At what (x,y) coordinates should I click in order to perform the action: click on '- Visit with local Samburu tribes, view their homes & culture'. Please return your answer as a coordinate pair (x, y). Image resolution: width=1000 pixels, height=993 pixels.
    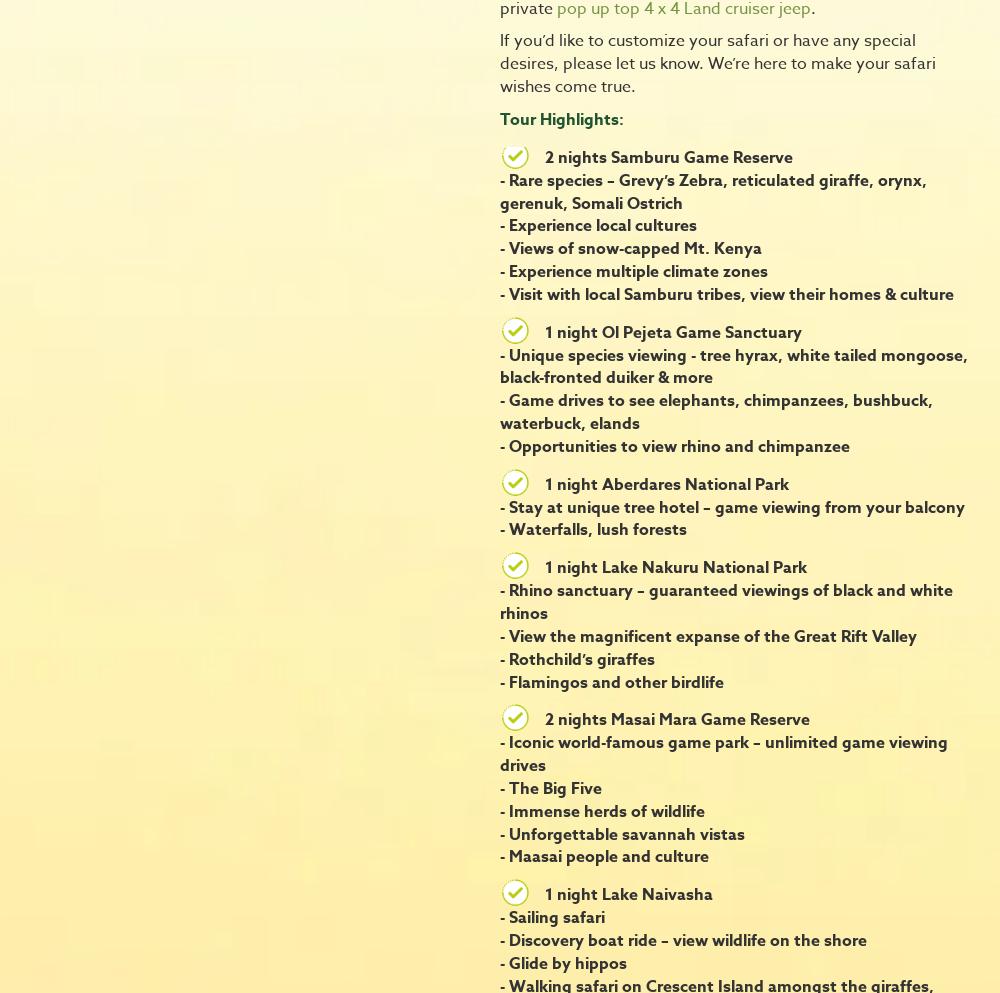
    Looking at the image, I should click on (726, 294).